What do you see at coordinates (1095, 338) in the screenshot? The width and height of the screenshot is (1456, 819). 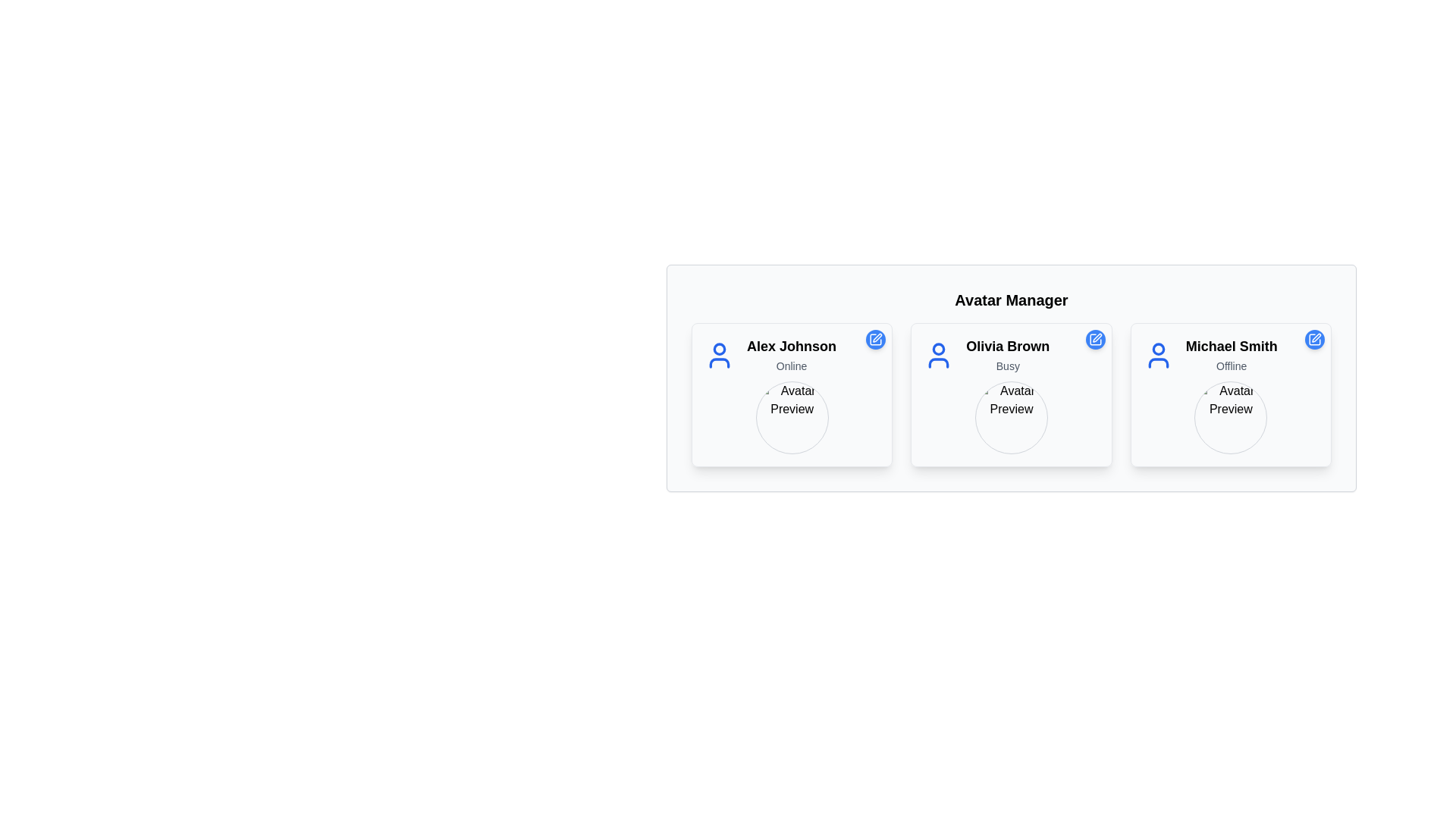 I see `the blue circular button containing the pen-square icon at the top-right corner of the Olivia Brown profile card` at bounding box center [1095, 338].